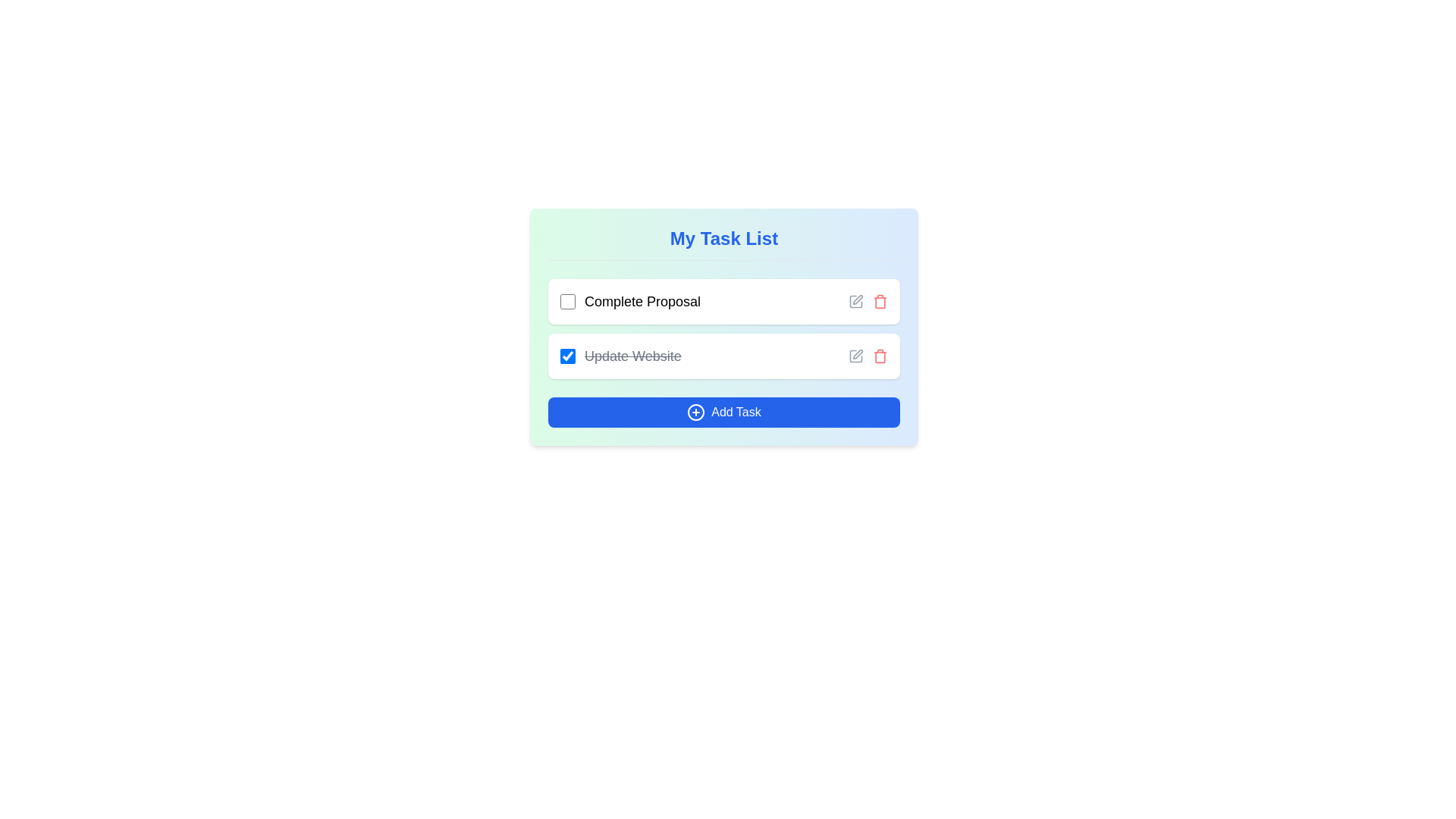 Image resolution: width=1456 pixels, height=819 pixels. Describe the element at coordinates (695, 412) in the screenshot. I see `the circular '+' icon located within the 'Add Task' button at the bottom of the task list interface` at that location.